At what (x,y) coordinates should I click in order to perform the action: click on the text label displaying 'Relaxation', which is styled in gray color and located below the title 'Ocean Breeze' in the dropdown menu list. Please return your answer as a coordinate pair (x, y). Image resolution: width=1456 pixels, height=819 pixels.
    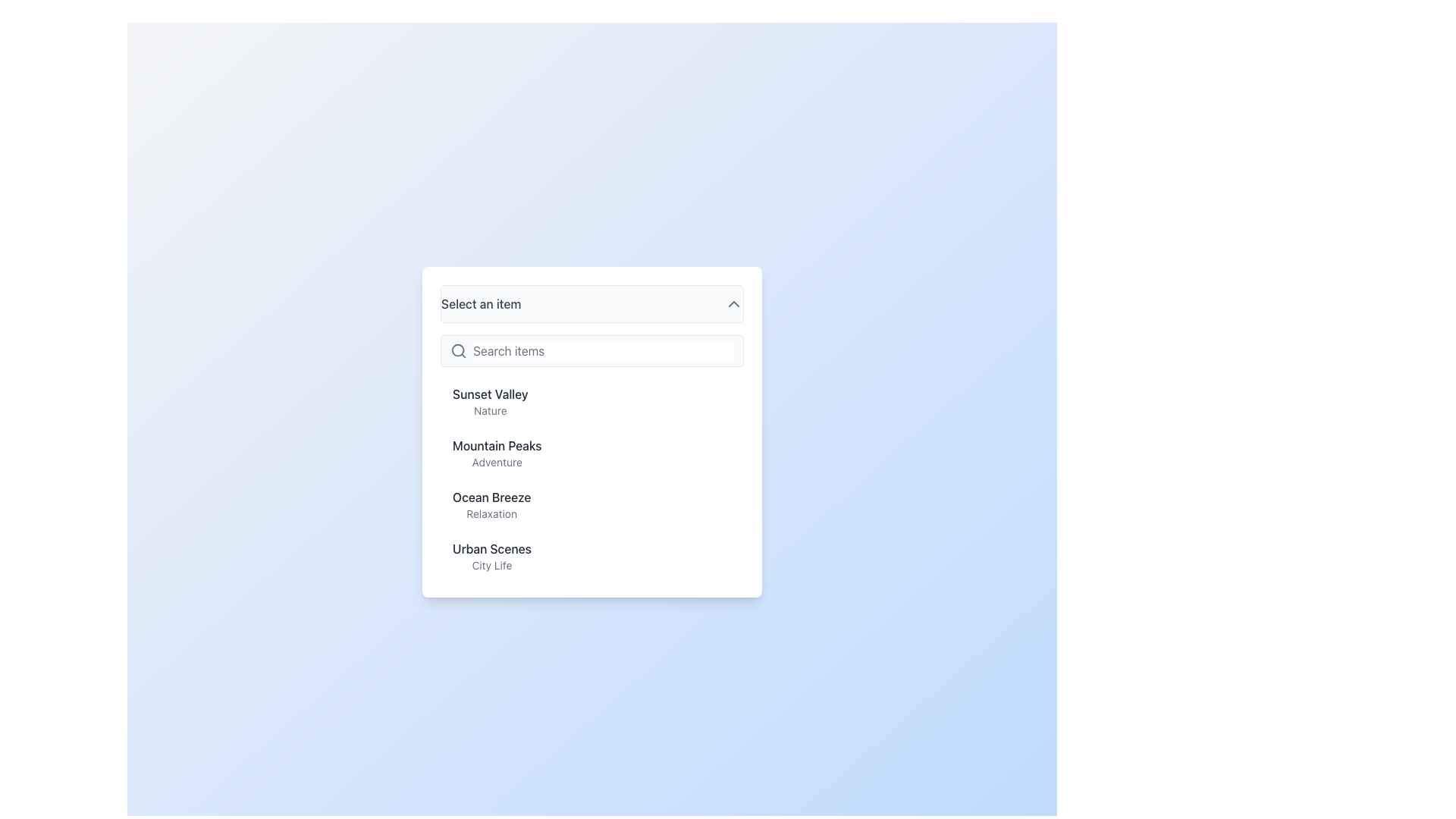
    Looking at the image, I should click on (491, 513).